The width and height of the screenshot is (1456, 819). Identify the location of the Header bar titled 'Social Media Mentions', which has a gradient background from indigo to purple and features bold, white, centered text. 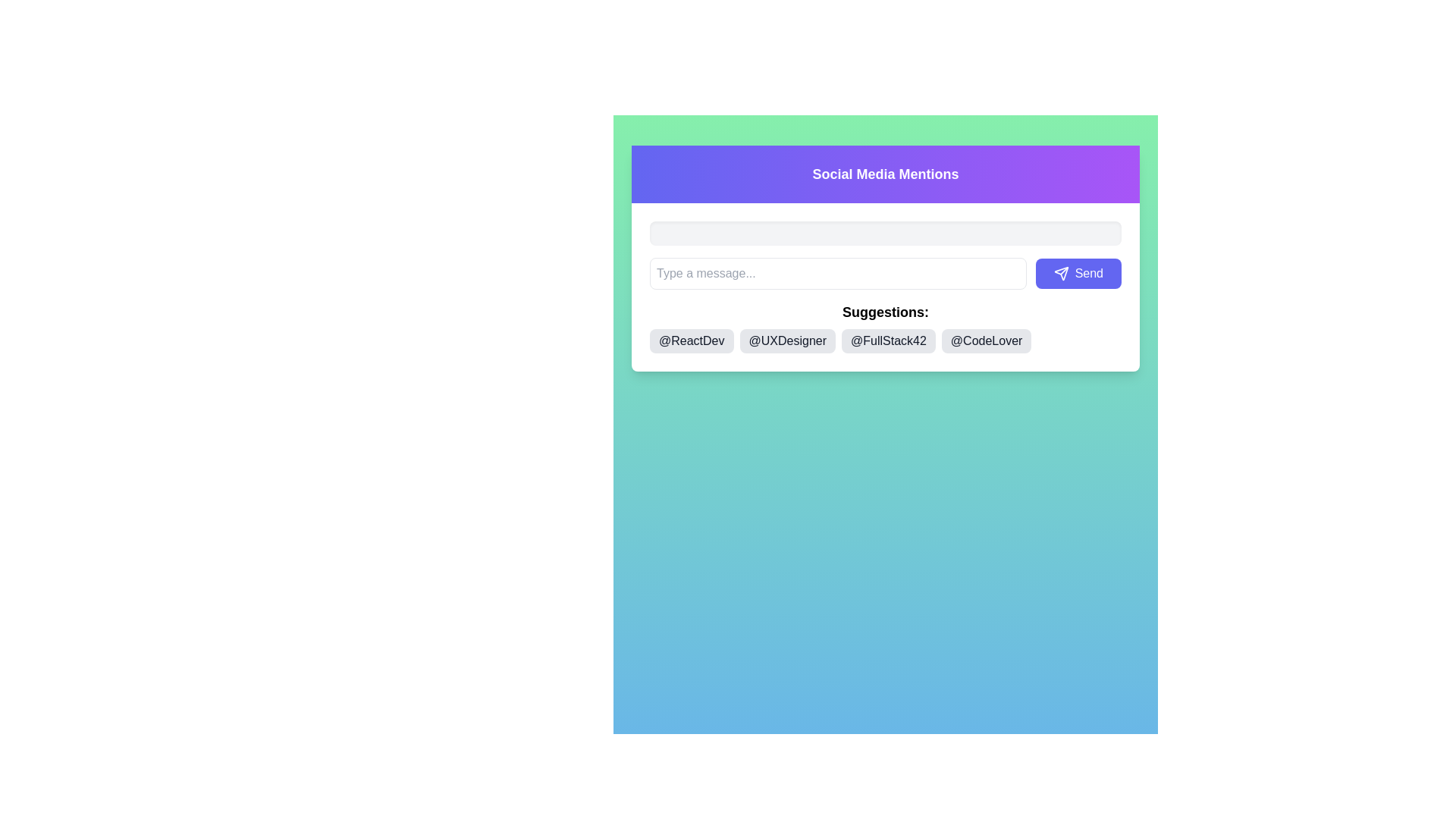
(885, 174).